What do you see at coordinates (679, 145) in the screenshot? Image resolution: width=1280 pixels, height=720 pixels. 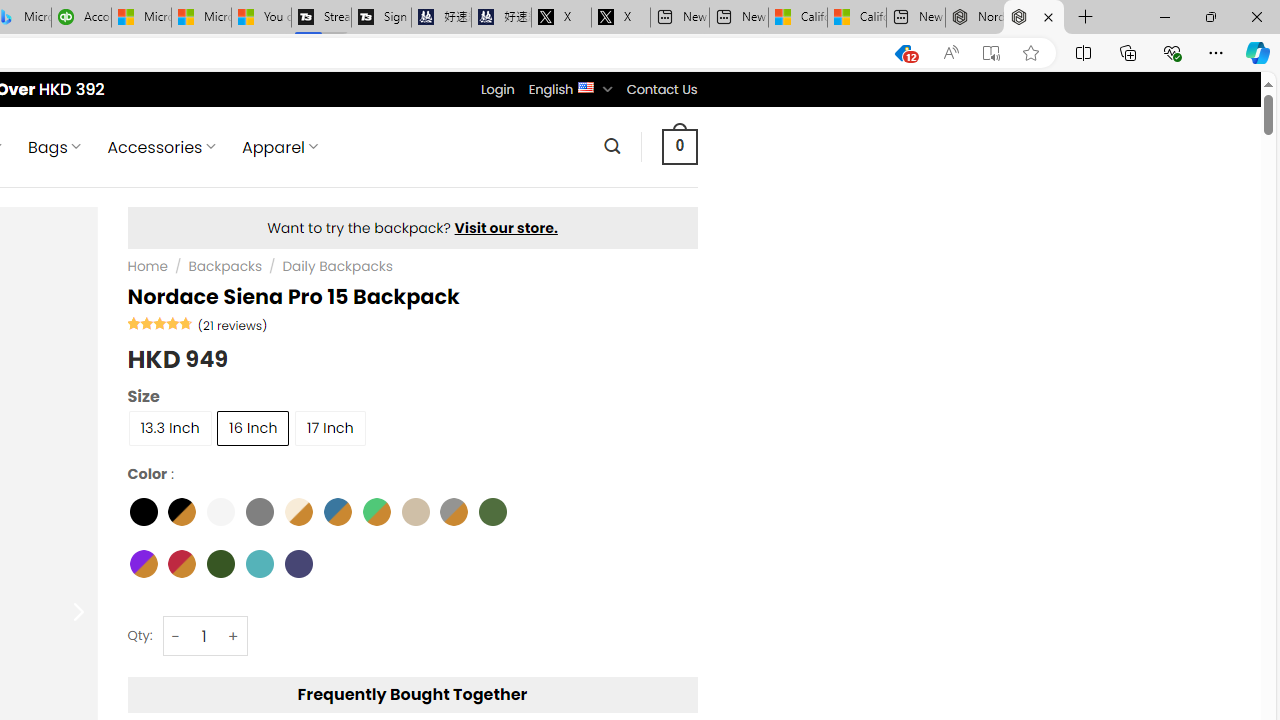 I see `' 0 '` at bounding box center [679, 145].